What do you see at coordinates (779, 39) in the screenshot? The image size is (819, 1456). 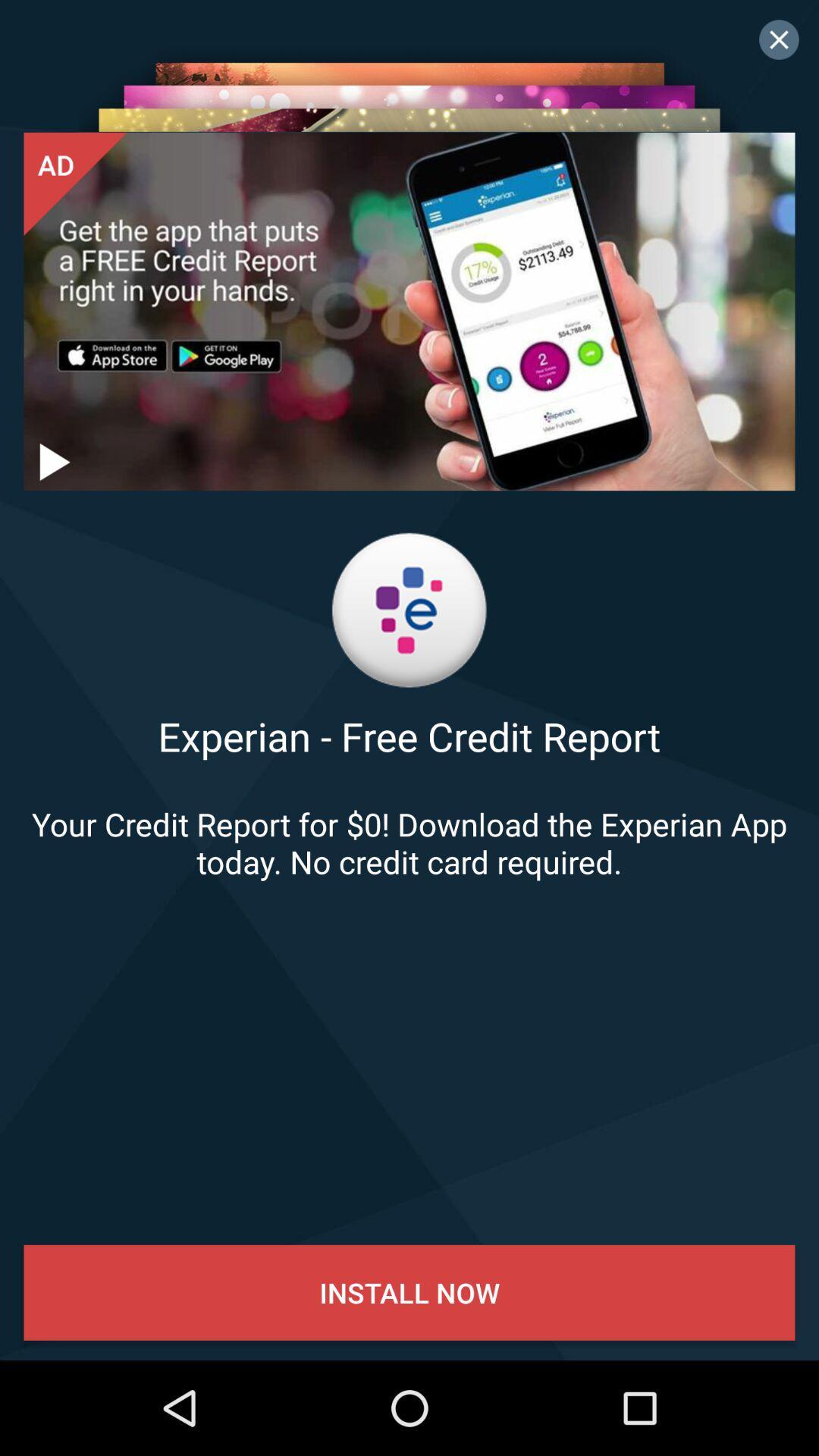 I see `the close icon` at bounding box center [779, 39].